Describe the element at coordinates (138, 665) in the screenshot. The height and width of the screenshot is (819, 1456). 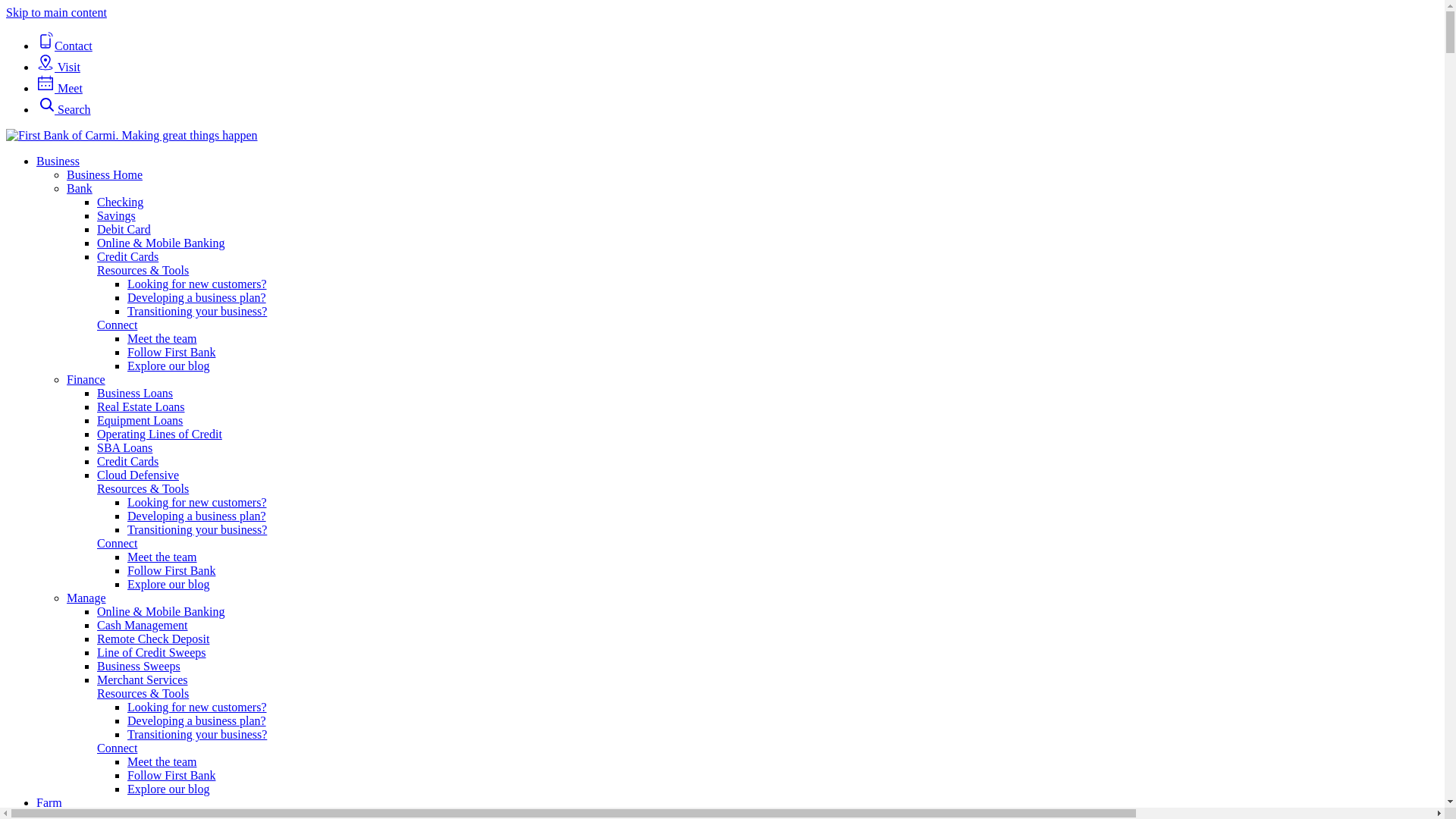
I see `'Business Sweeps'` at that location.